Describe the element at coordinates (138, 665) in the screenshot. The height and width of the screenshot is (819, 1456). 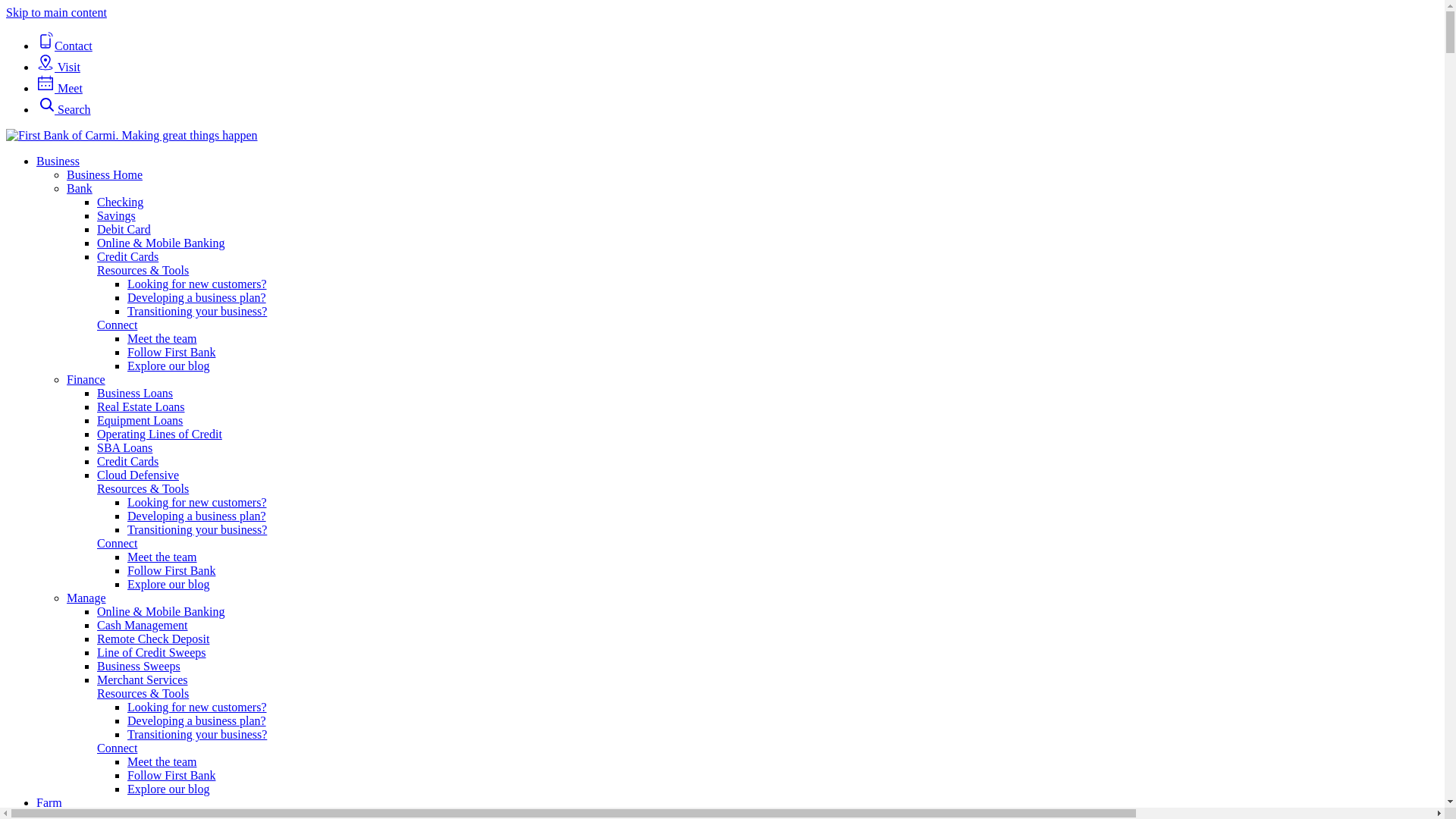
I see `'Business Sweeps'` at that location.